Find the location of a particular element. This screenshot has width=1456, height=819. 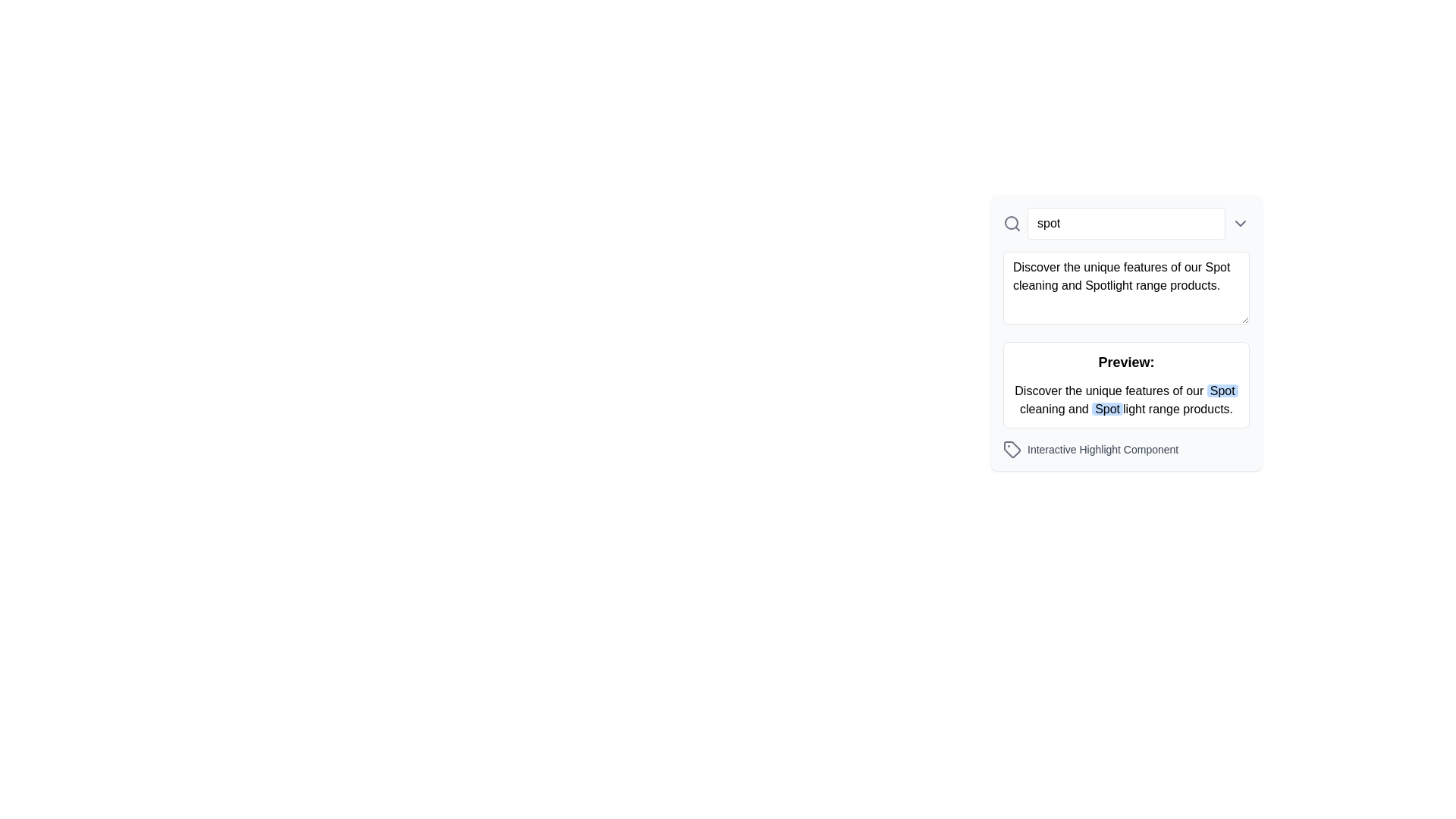

the highlighted text label displaying the word 'Spot' located in the lower content section labeled 'Preview:', emphasizing its light blue background and rounded corners is located at coordinates (1222, 390).